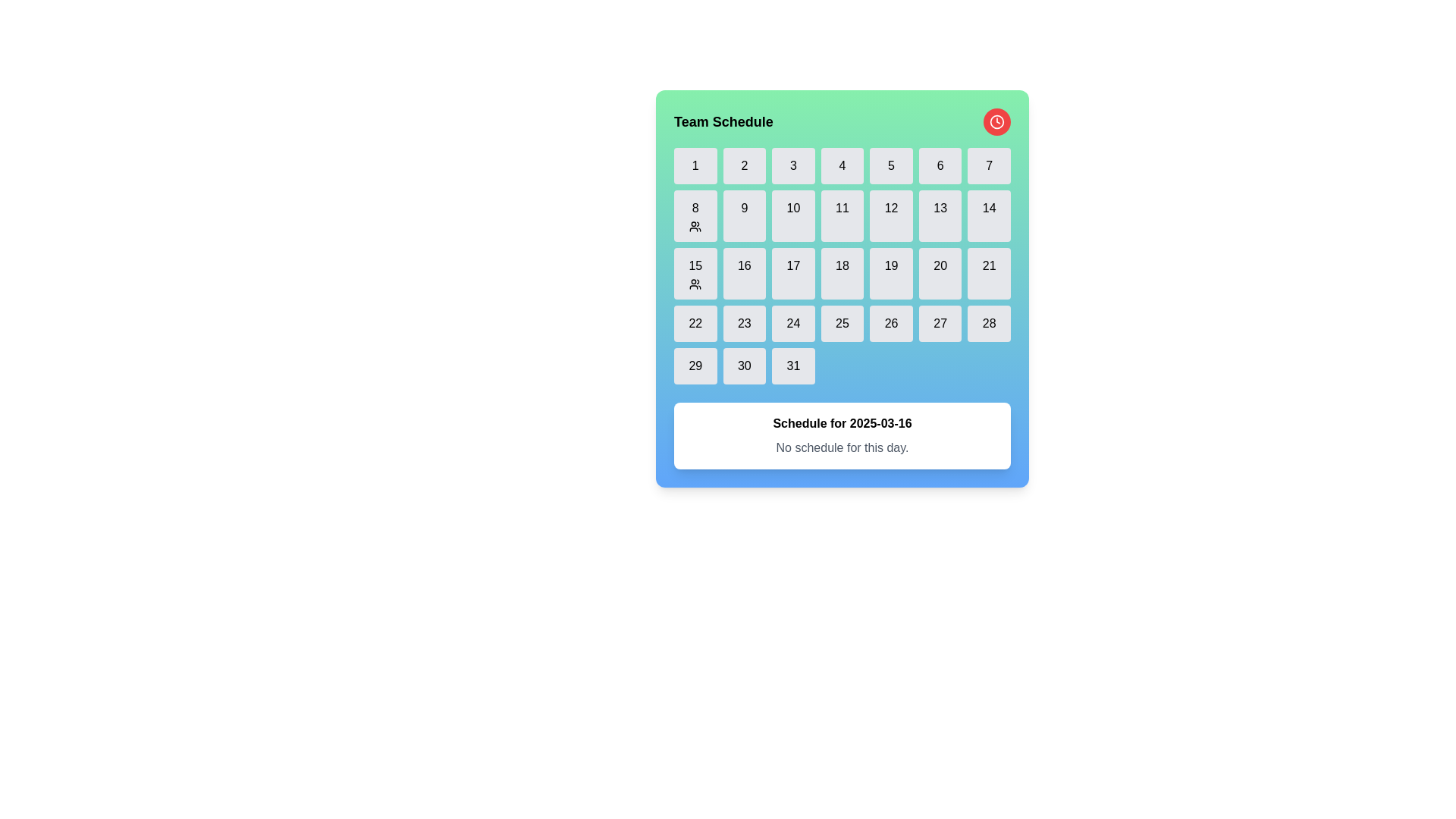  Describe the element at coordinates (695, 265) in the screenshot. I see `the calendar day indicator displaying the number '15' in bold black font on a light gray background` at that location.